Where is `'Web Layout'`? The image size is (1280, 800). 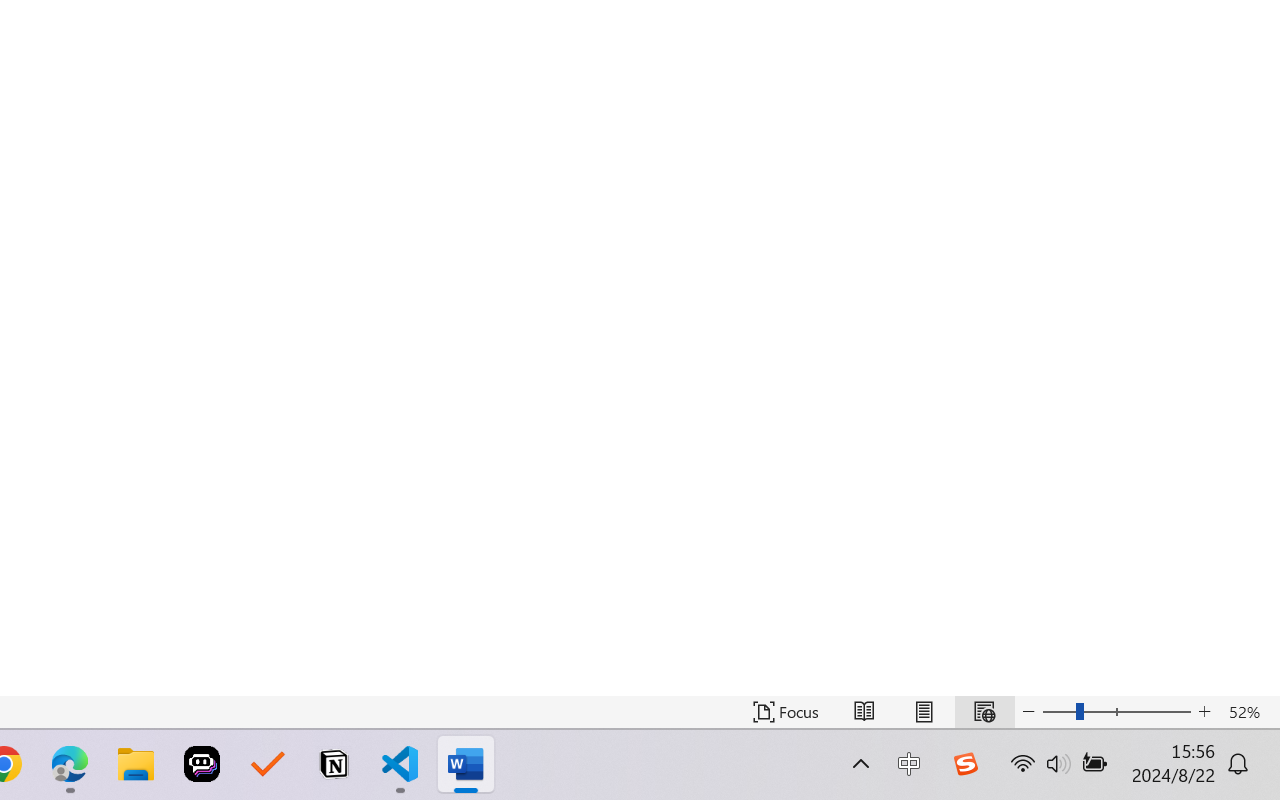
'Web Layout' is located at coordinates (984, 711).